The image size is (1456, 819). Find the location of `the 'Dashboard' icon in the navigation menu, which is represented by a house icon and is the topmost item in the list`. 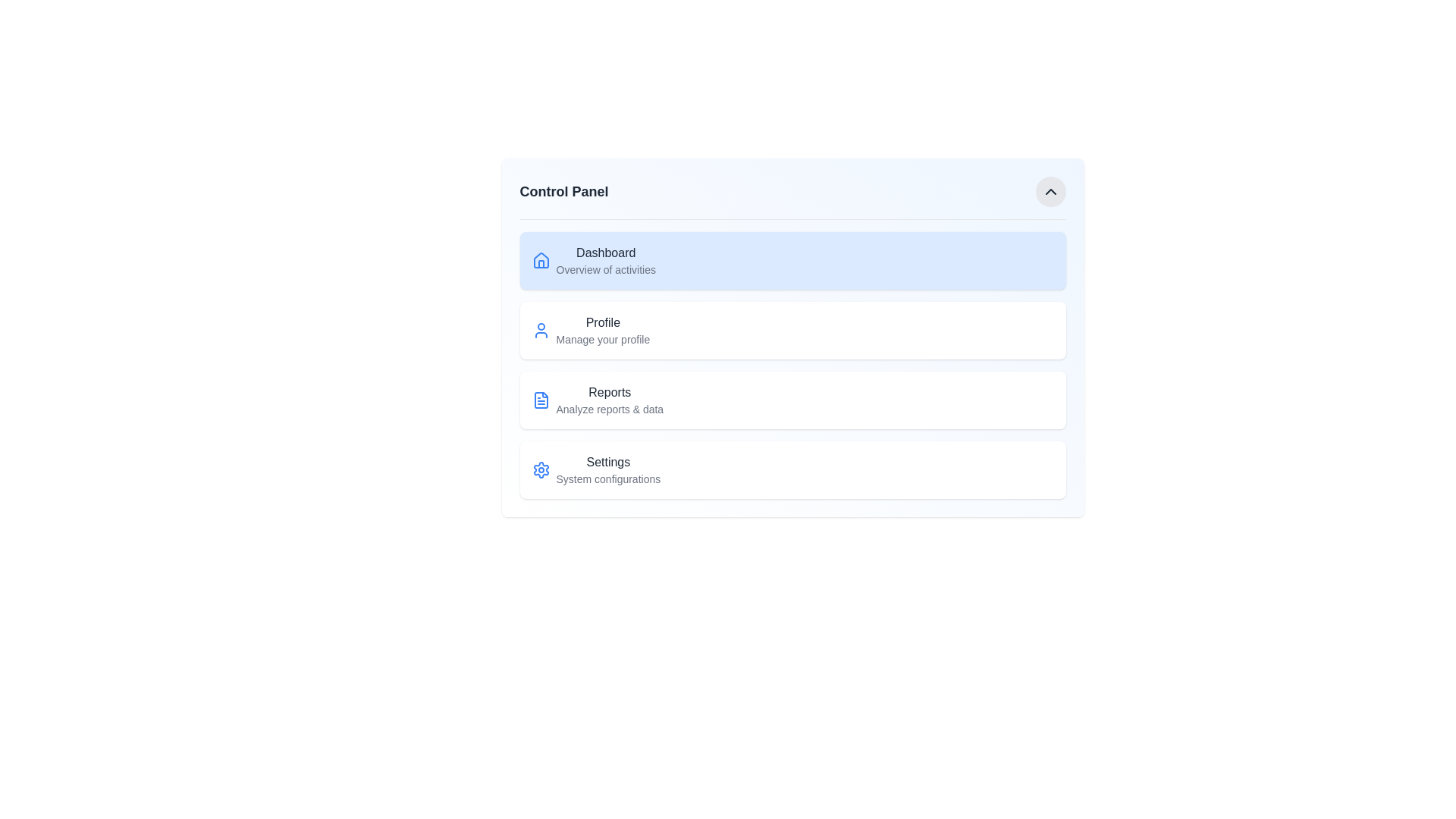

the 'Dashboard' icon in the navigation menu, which is represented by a house icon and is the topmost item in the list is located at coordinates (541, 259).